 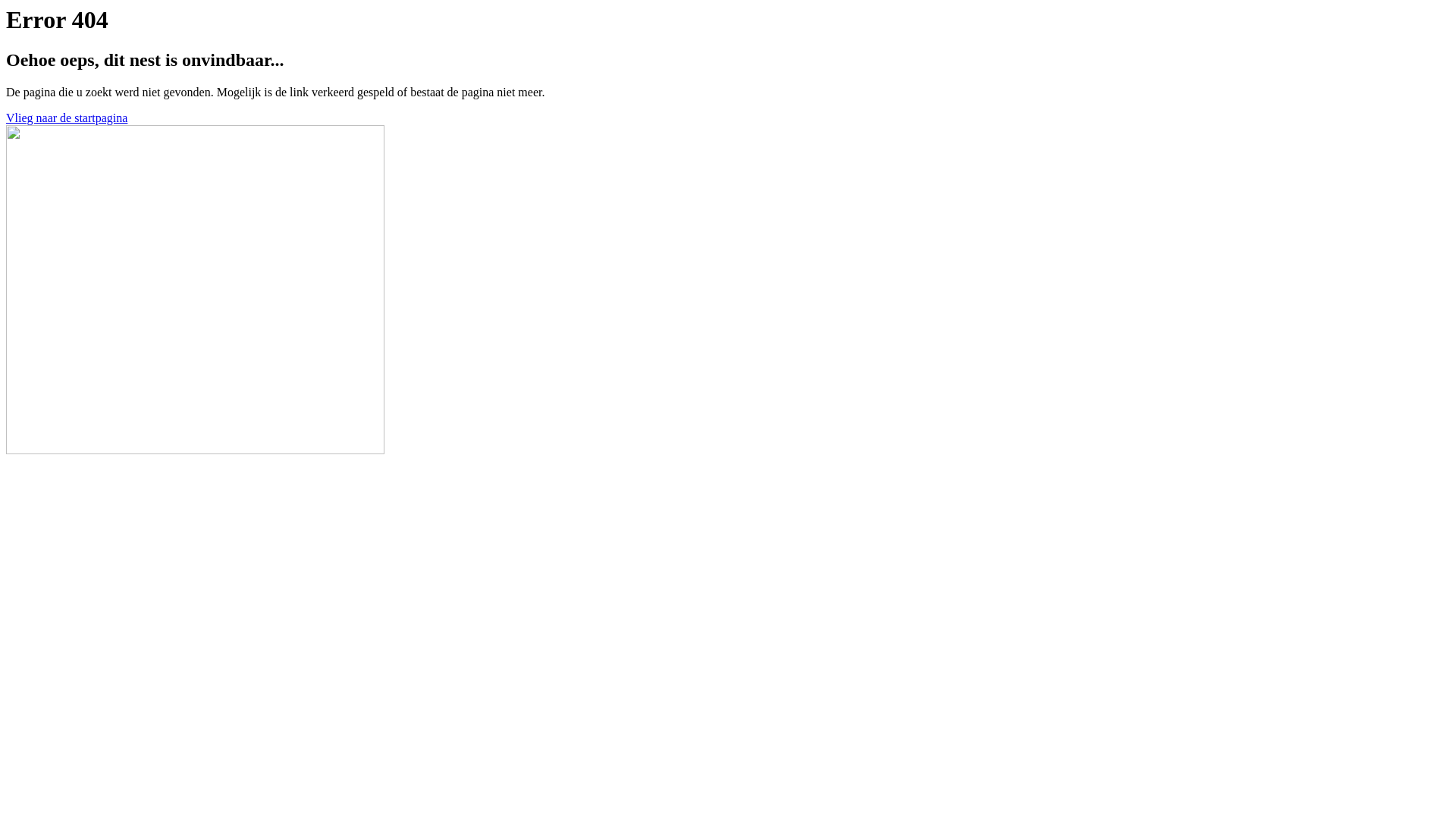 What do you see at coordinates (6, 117) in the screenshot?
I see `'Vlieg naar de startpagina'` at bounding box center [6, 117].